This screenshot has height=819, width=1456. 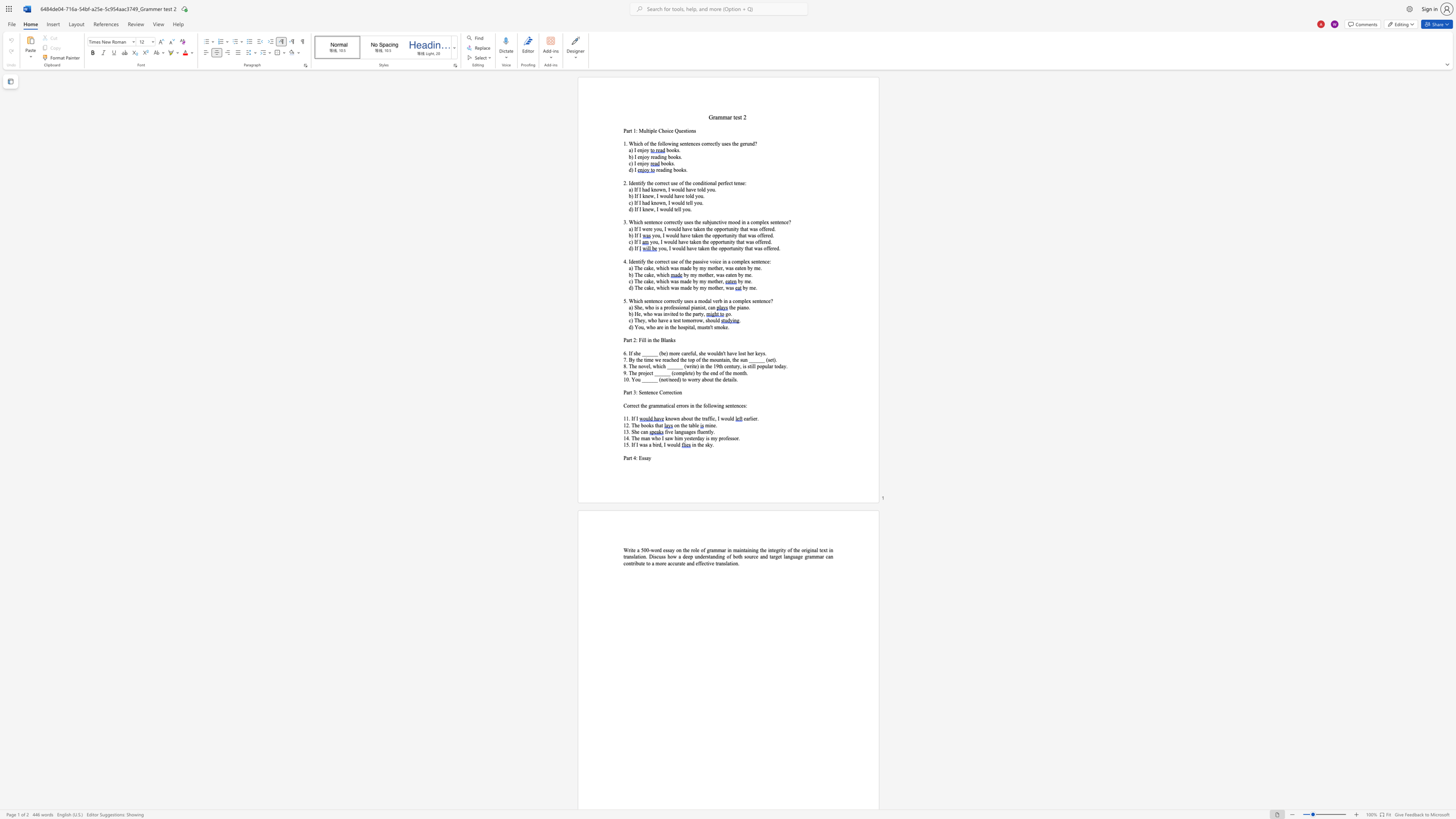 What do you see at coordinates (641, 458) in the screenshot?
I see `the subset text "ssay" within the text "Part 4: Essay"` at bounding box center [641, 458].